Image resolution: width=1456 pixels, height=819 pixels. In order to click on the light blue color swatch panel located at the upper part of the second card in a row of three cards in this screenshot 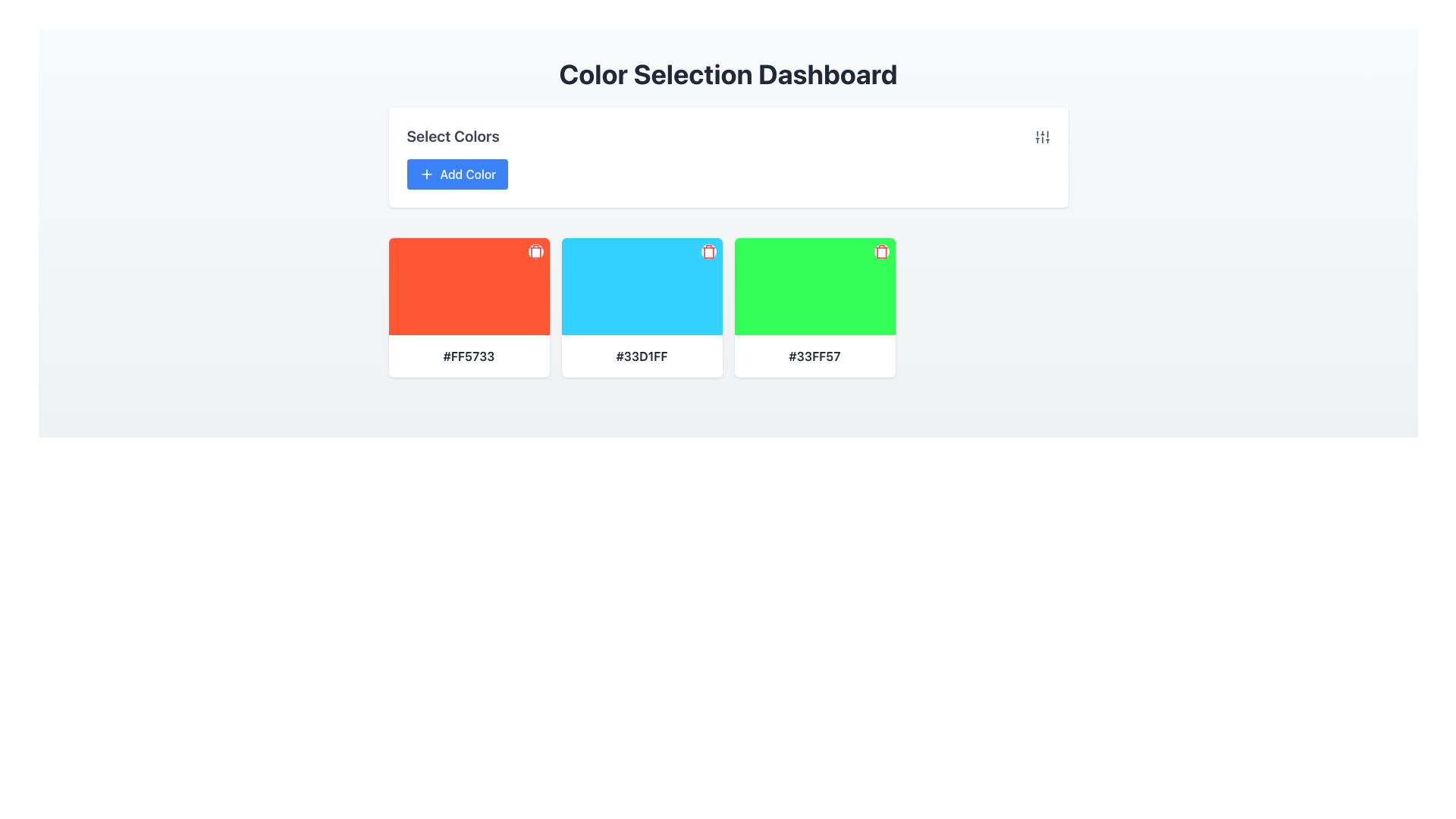, I will do `click(642, 287)`.